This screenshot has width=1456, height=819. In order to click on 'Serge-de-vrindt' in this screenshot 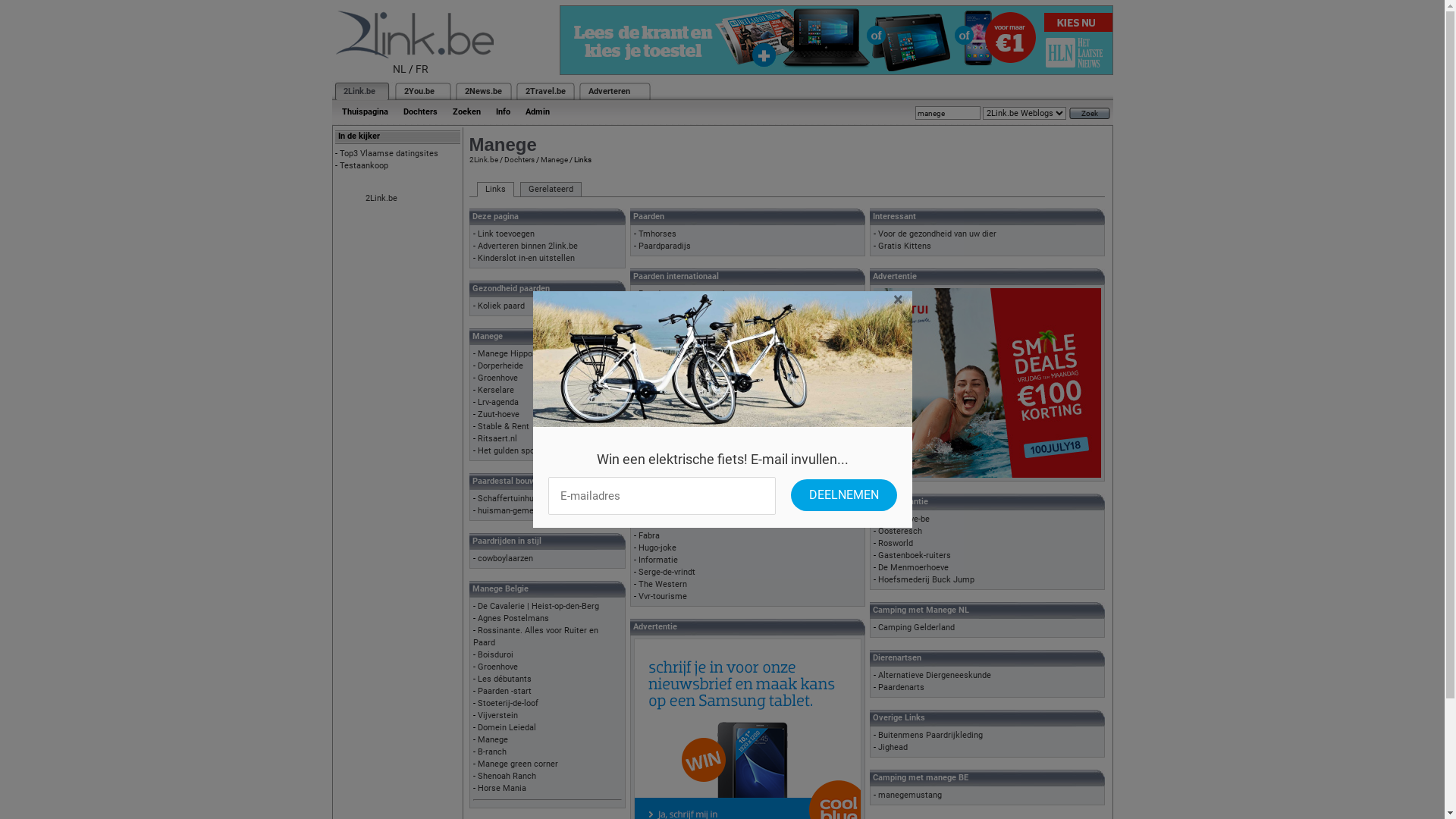, I will do `click(638, 572)`.